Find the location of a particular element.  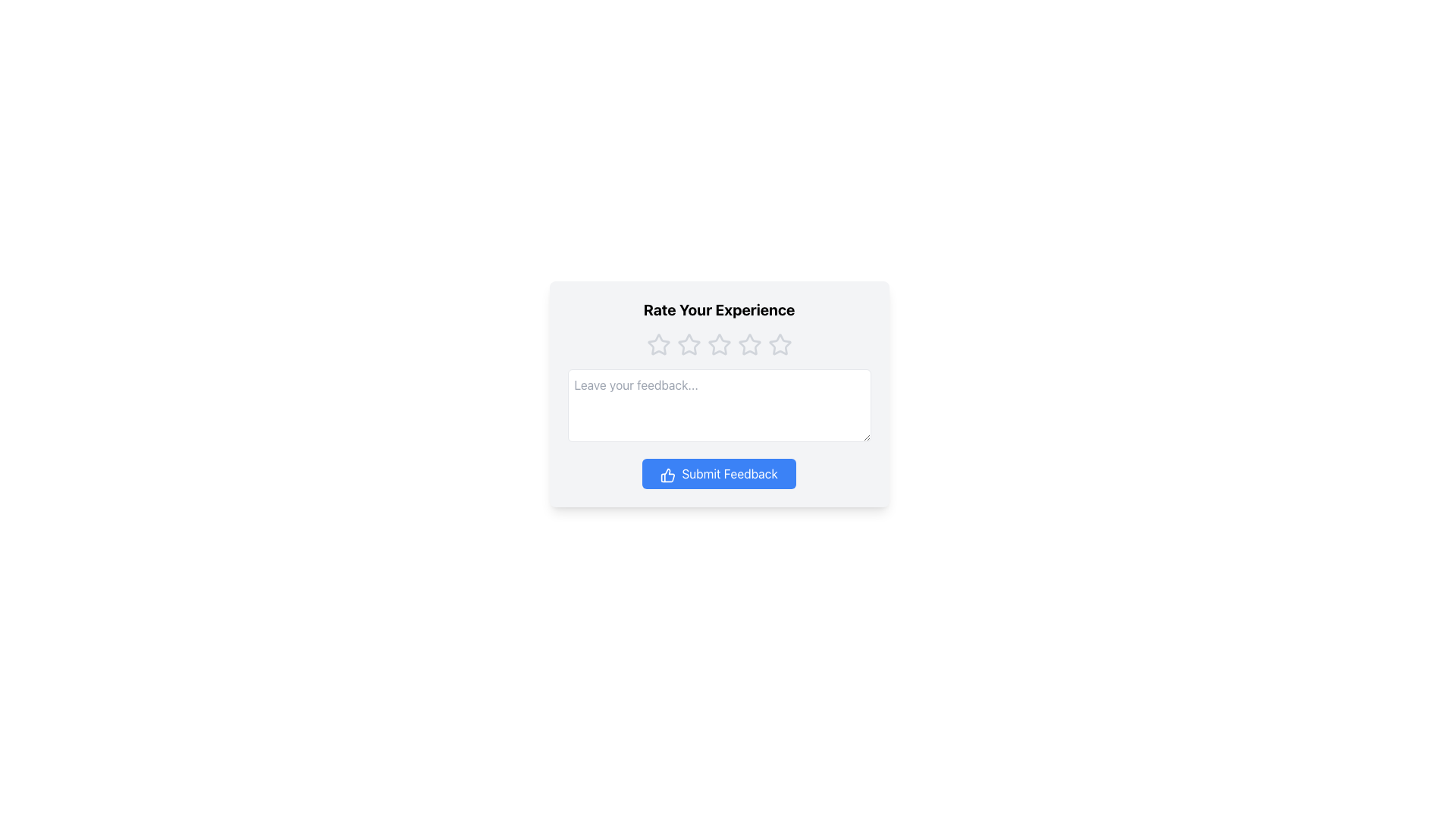

the submit feedback button located at the bottom center of the card component, directly beneath the feedback input area is located at coordinates (718, 472).